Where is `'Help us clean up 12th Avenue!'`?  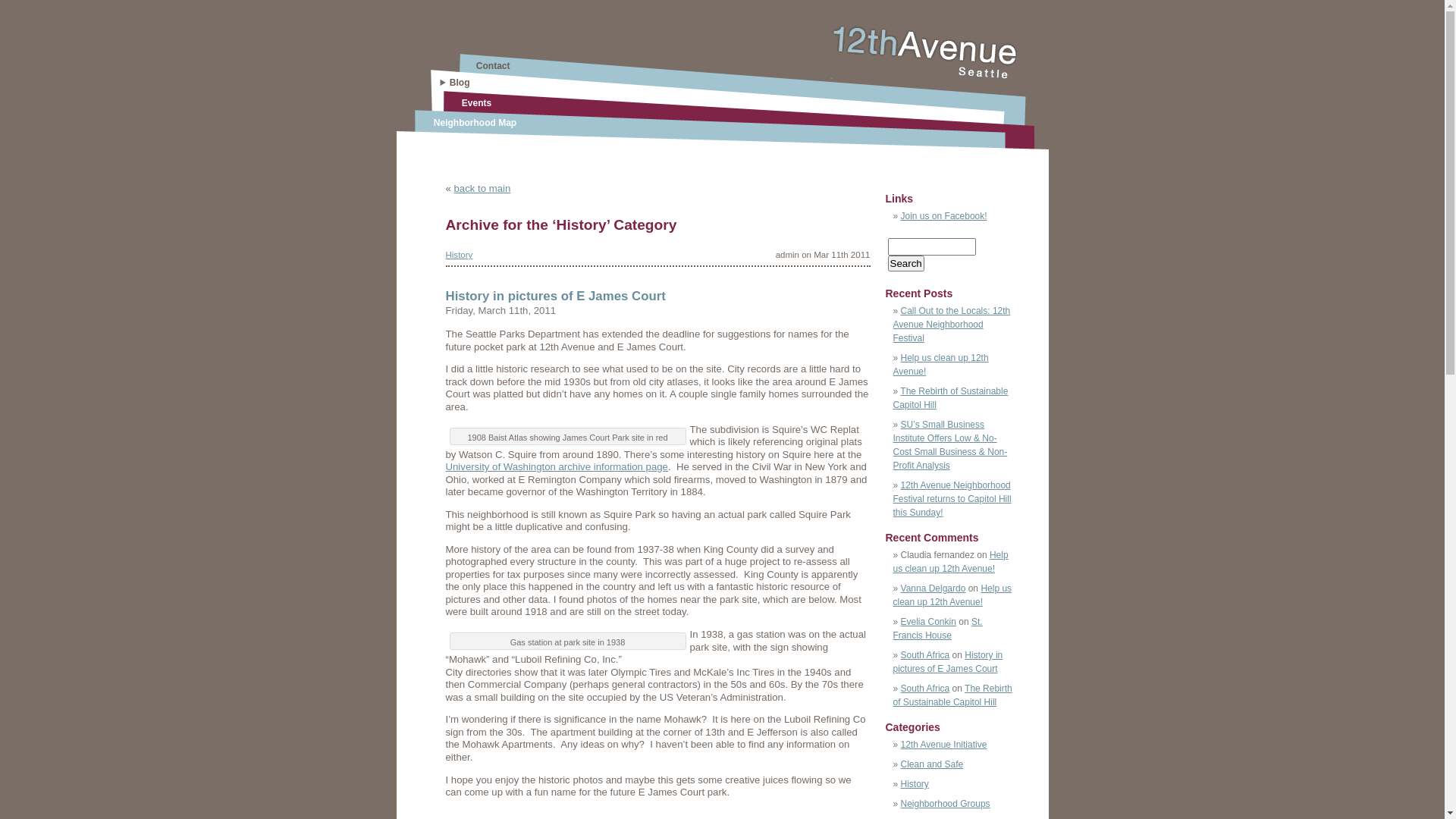 'Help us clean up 12th Avenue!' is located at coordinates (949, 561).